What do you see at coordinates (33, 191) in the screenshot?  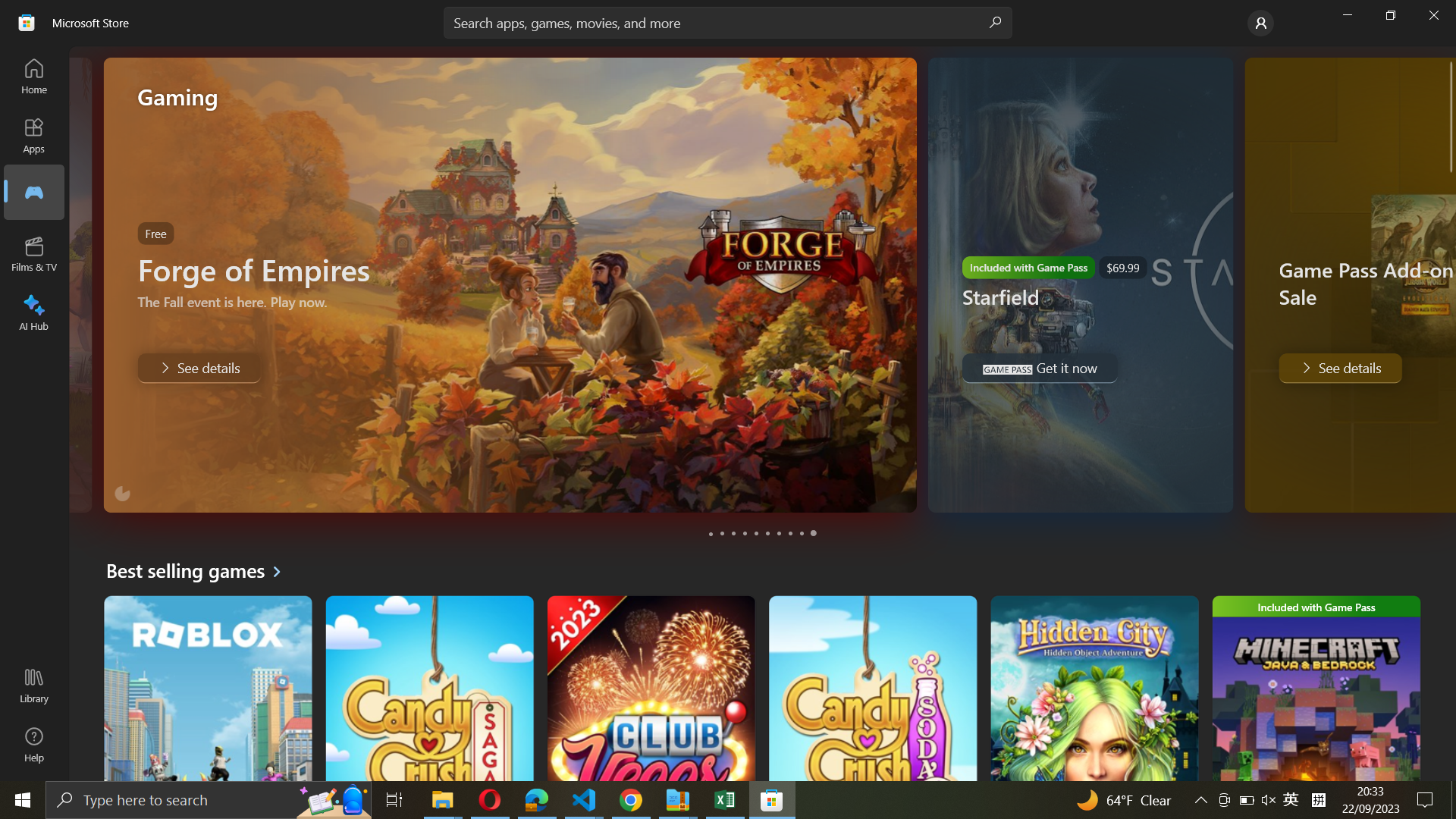 I see `Go to Games section` at bounding box center [33, 191].